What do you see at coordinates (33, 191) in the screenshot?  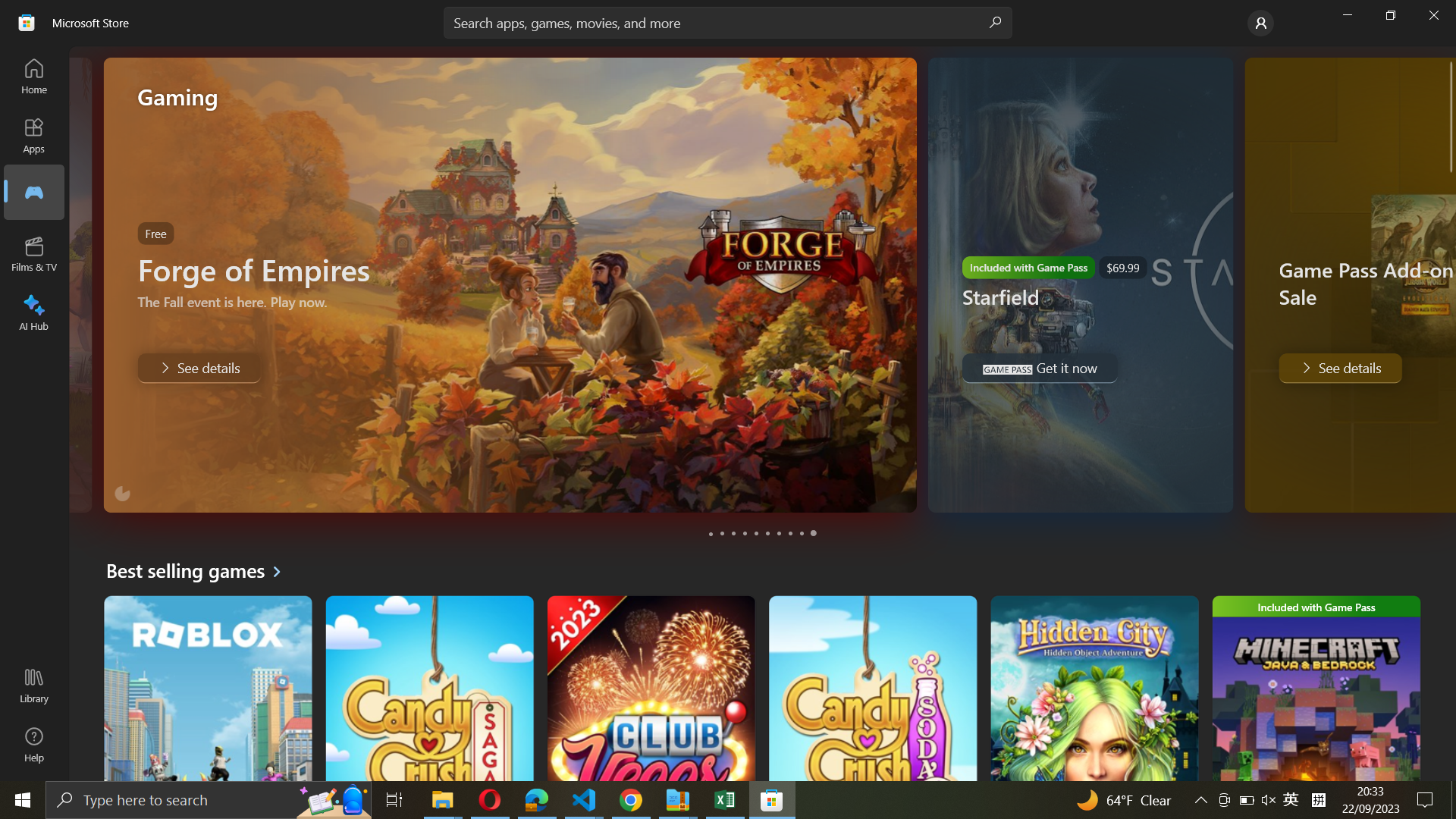 I see `Go to Games section` at bounding box center [33, 191].